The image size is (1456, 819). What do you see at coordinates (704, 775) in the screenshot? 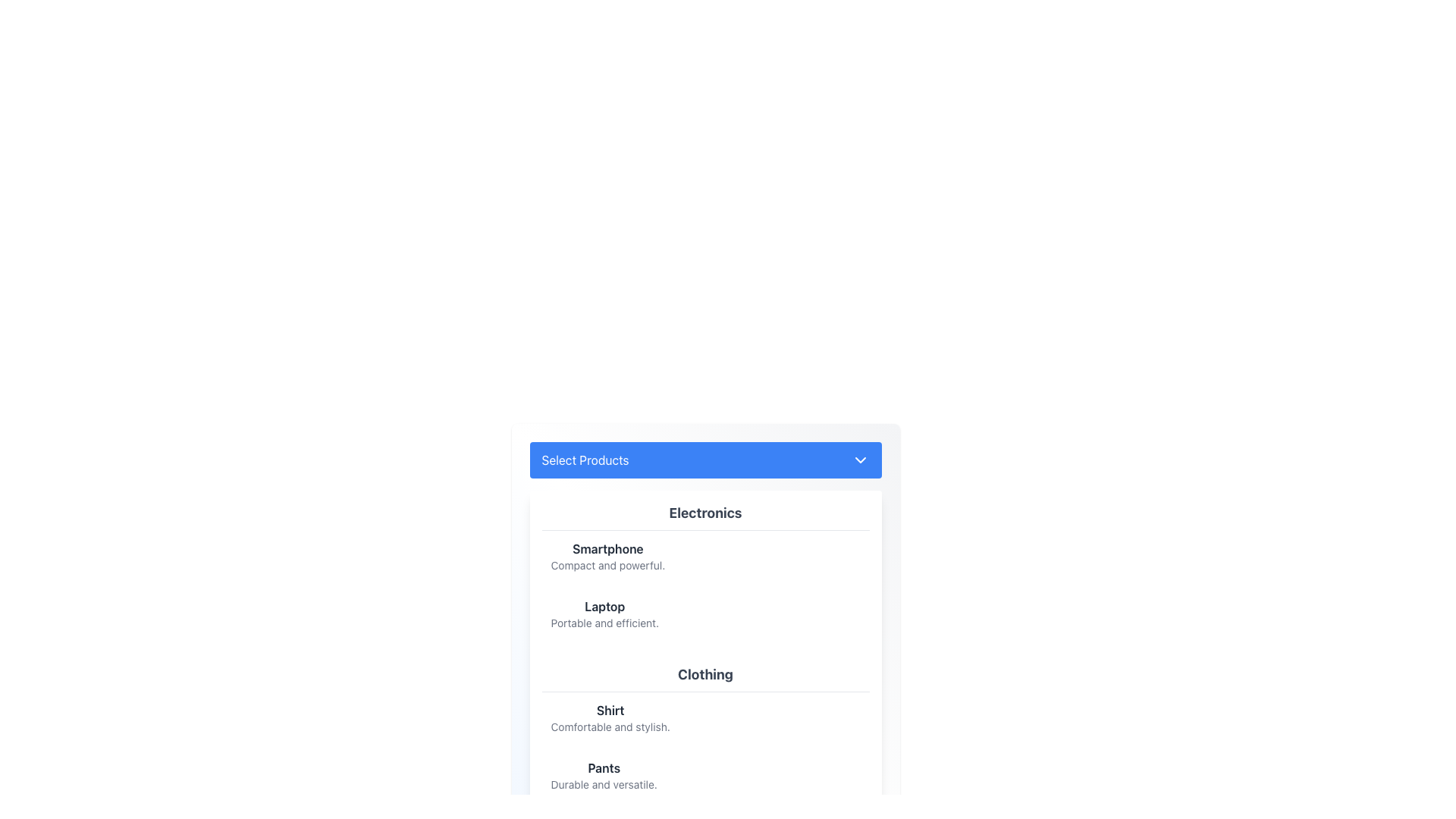
I see `the second list item displaying the title 'Pants'` at bounding box center [704, 775].